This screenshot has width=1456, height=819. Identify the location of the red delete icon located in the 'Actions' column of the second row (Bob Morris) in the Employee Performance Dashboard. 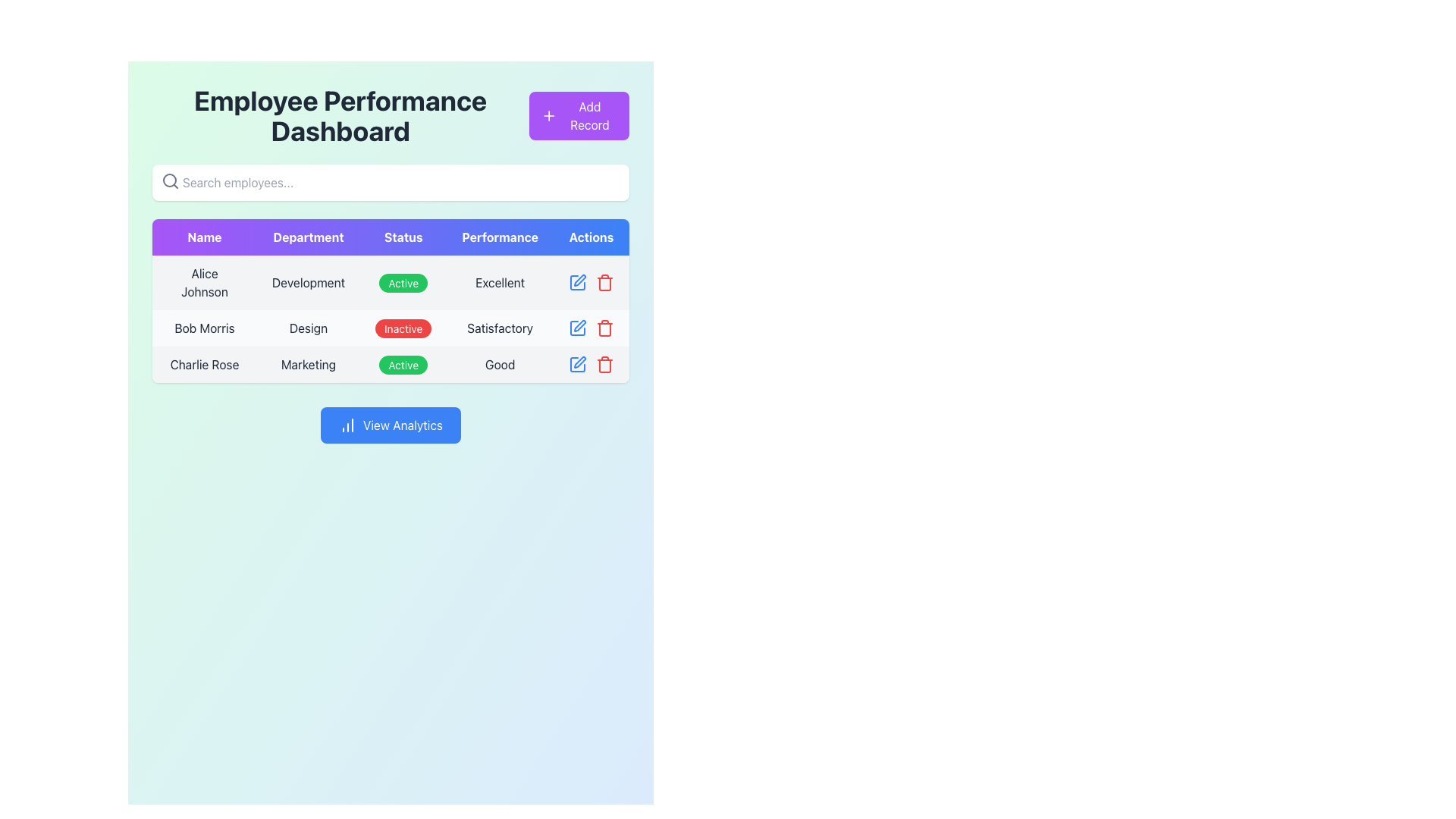
(590, 327).